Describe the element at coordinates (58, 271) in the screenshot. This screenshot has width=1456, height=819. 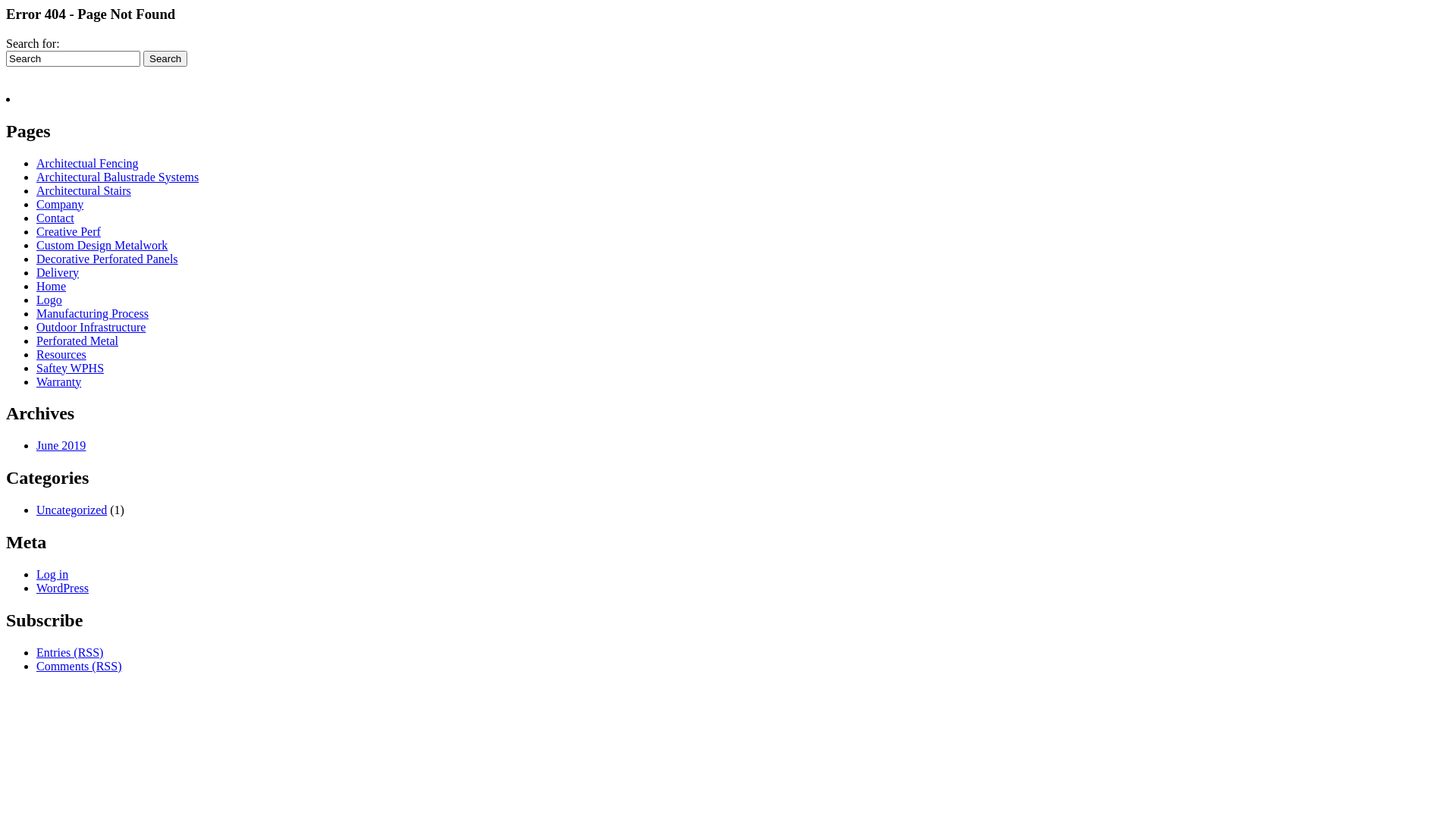
I see `'Delivery'` at that location.